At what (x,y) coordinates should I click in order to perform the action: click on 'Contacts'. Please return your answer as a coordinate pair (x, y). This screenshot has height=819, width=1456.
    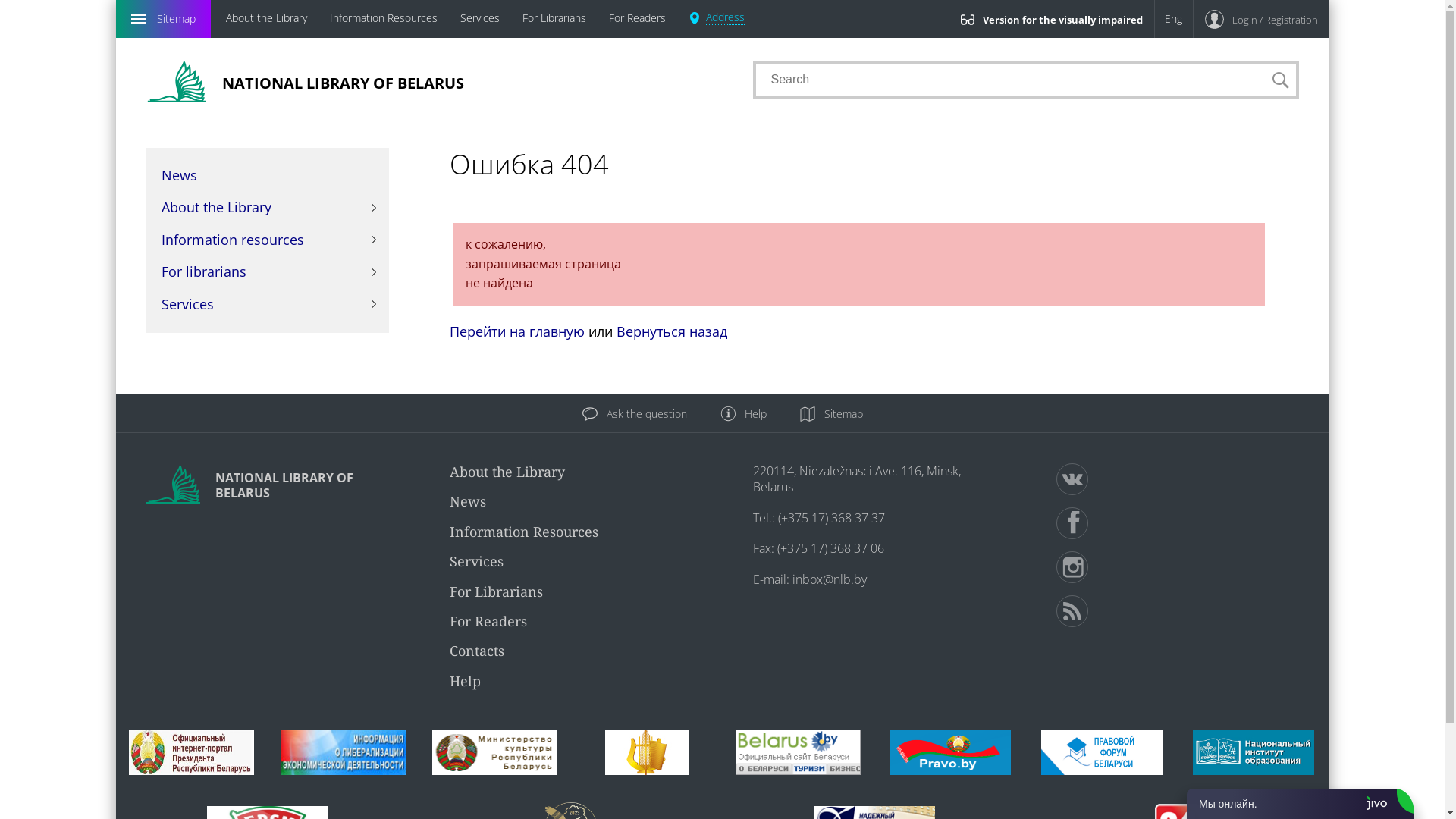
    Looking at the image, I should click on (447, 649).